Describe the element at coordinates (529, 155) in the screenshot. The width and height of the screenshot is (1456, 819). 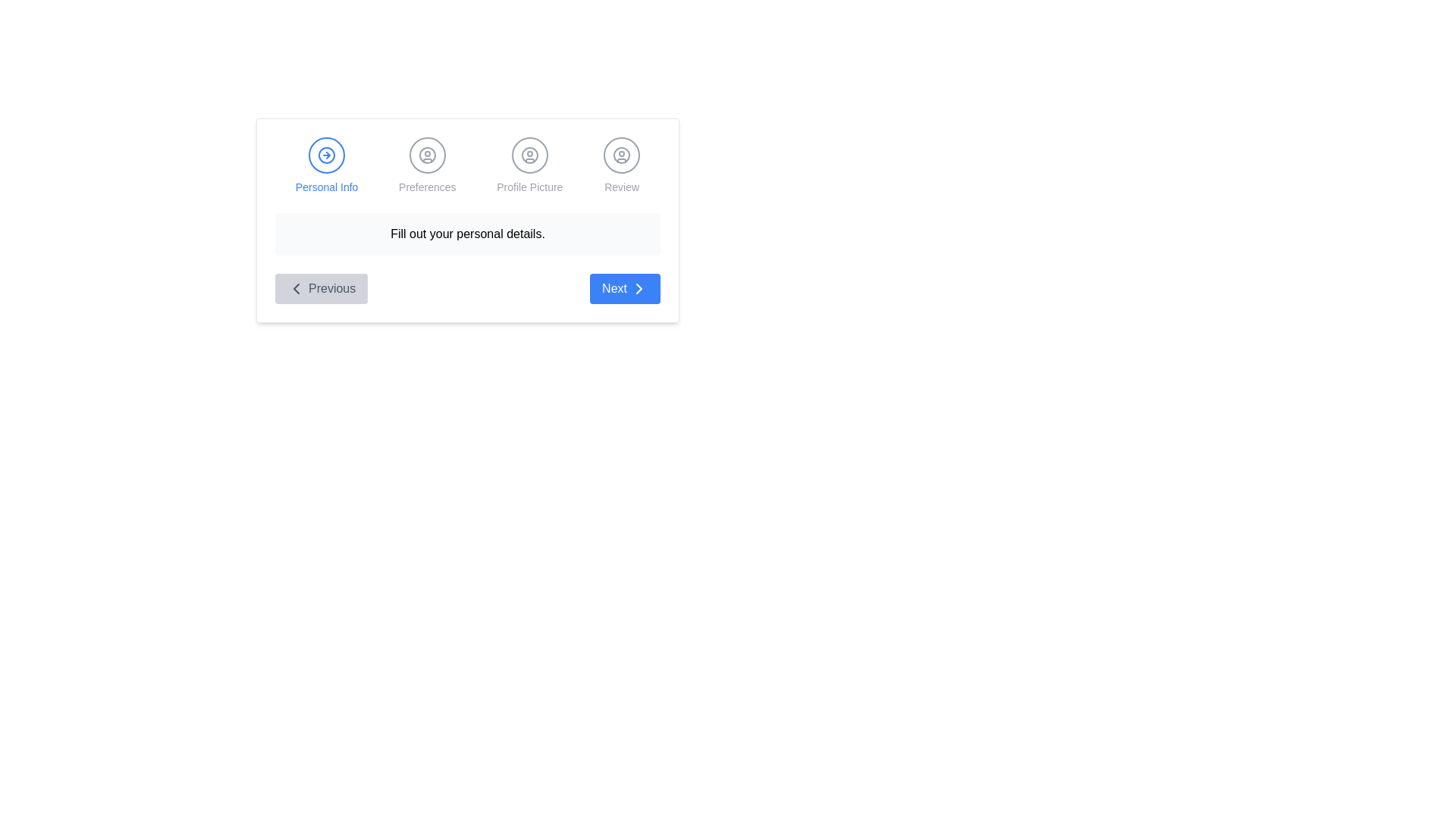
I see `the circular icon with a profile-like illustration inside, which serves as the 'Profile Picture' step in the navigation header` at that location.